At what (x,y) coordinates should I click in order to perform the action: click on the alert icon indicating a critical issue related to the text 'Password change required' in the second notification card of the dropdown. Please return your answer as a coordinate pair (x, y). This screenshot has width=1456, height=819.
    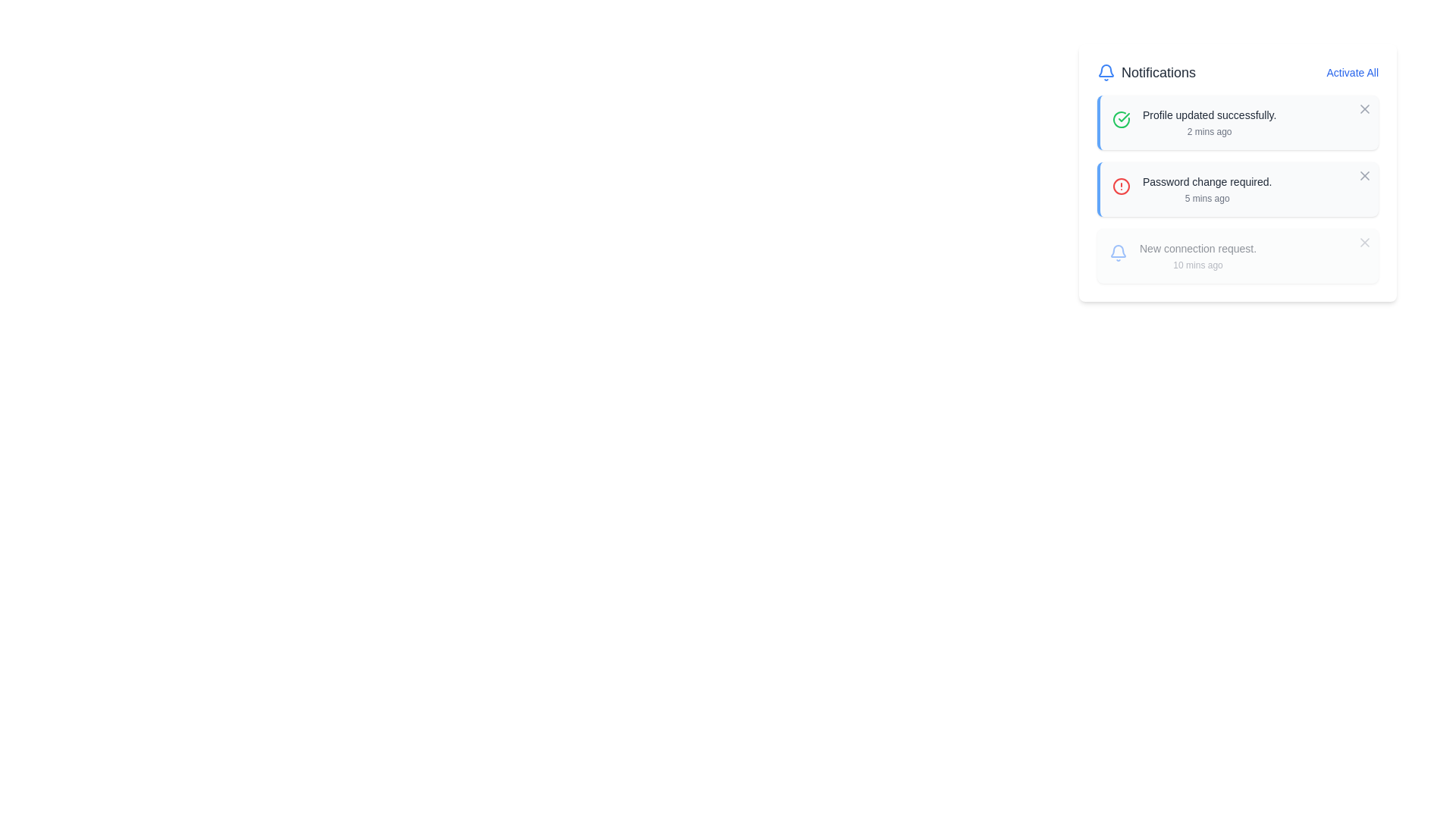
    Looking at the image, I should click on (1121, 190).